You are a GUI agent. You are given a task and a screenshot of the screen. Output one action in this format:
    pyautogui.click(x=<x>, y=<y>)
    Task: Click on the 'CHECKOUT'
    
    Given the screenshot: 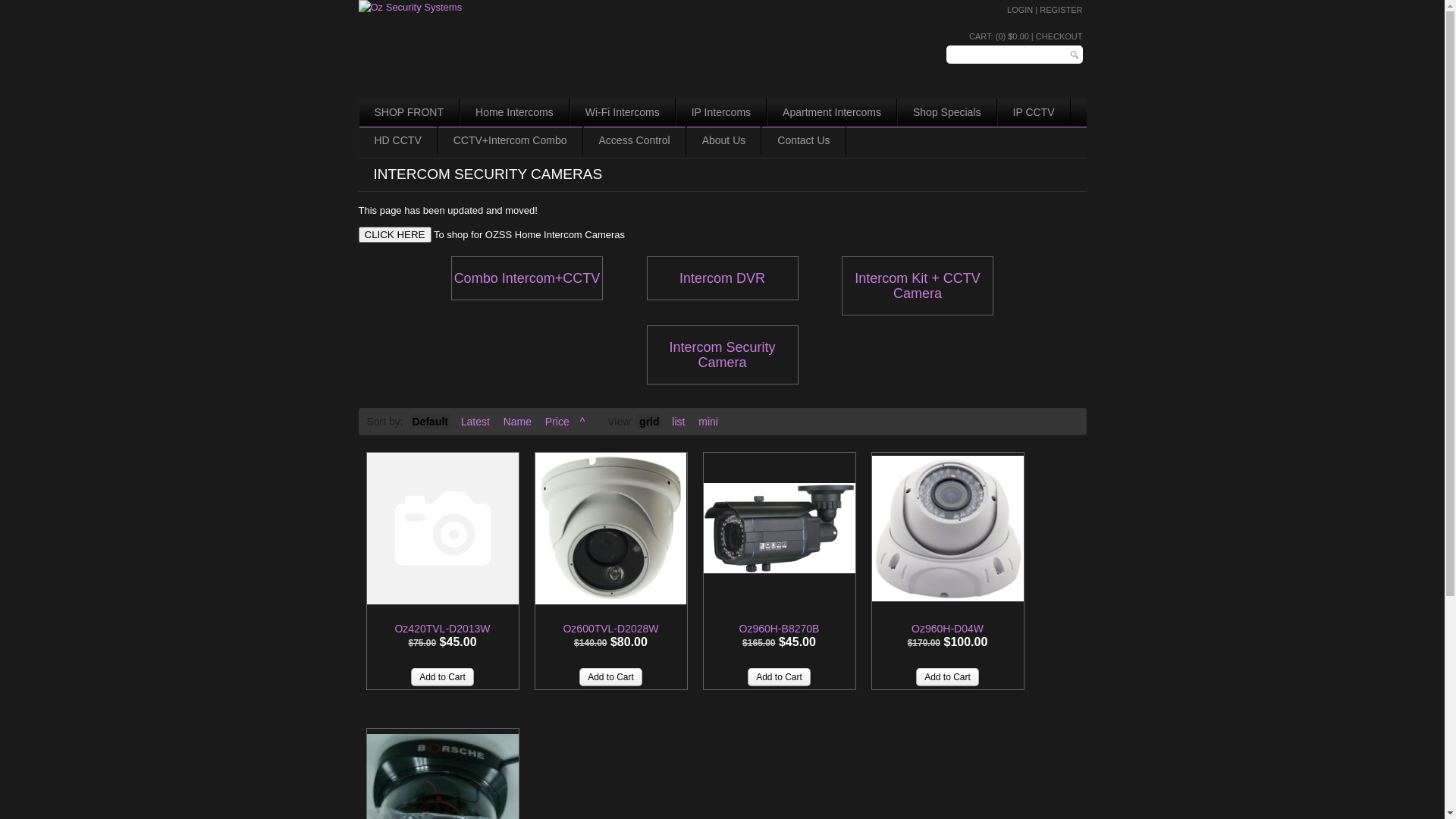 What is the action you would take?
    pyautogui.click(x=1058, y=35)
    